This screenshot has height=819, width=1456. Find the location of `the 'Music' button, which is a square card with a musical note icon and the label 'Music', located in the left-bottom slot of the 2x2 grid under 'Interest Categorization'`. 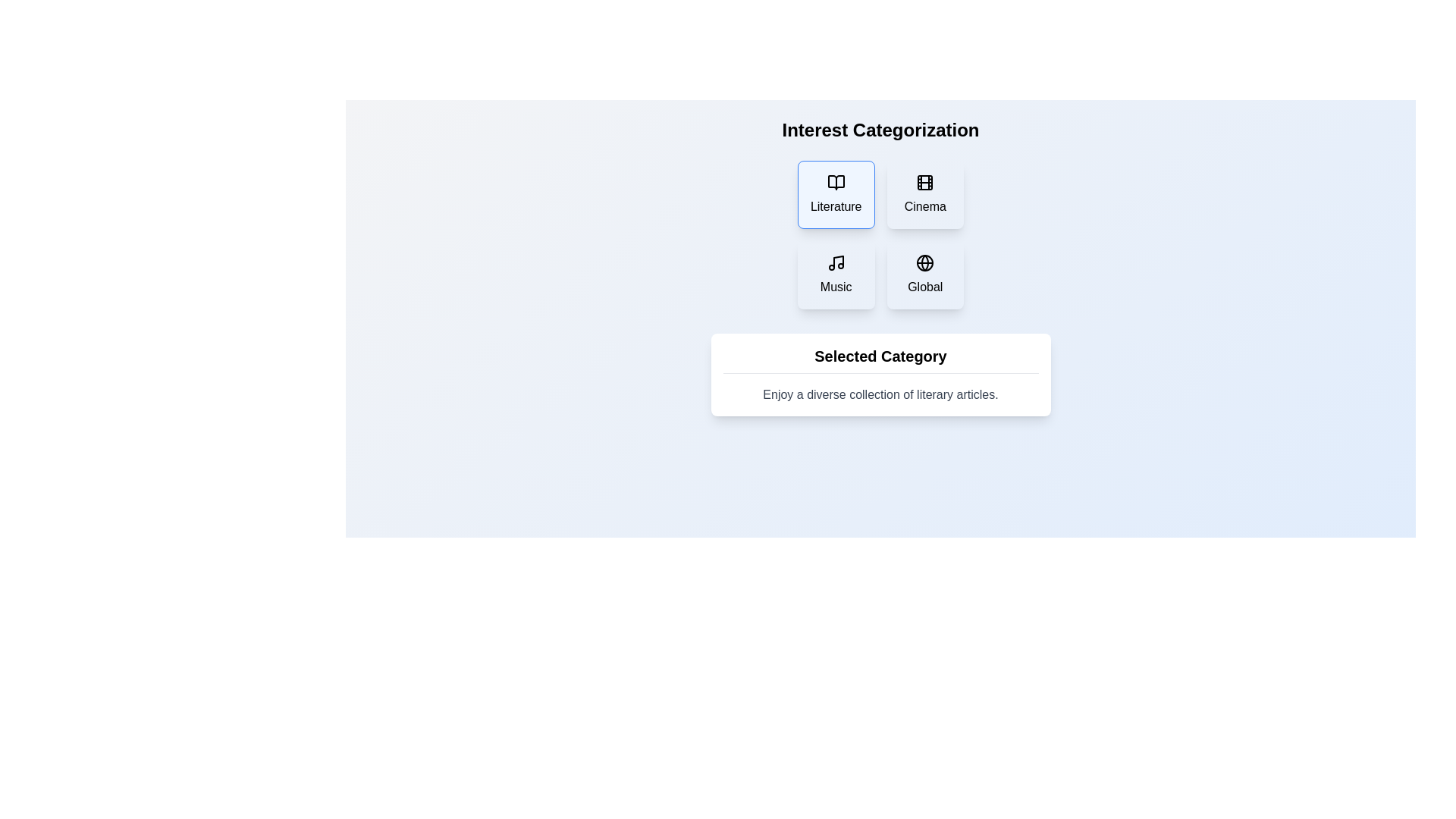

the 'Music' button, which is a square card with a musical note icon and the label 'Music', located in the left-bottom slot of the 2x2 grid under 'Interest Categorization' is located at coordinates (835, 275).